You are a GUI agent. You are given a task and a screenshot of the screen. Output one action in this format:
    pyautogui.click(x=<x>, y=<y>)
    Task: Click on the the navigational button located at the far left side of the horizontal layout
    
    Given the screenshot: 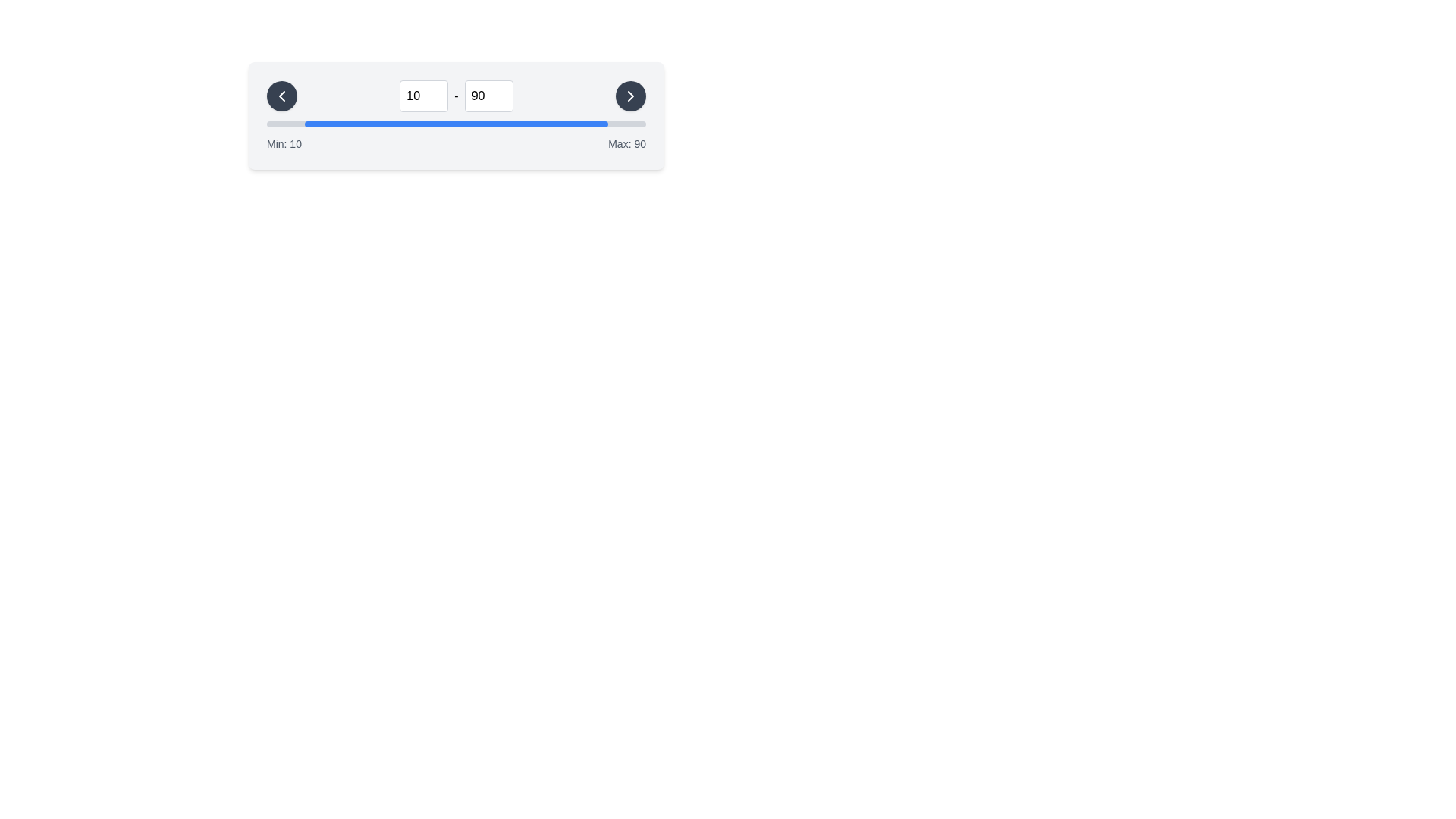 What is the action you would take?
    pyautogui.click(x=282, y=96)
    